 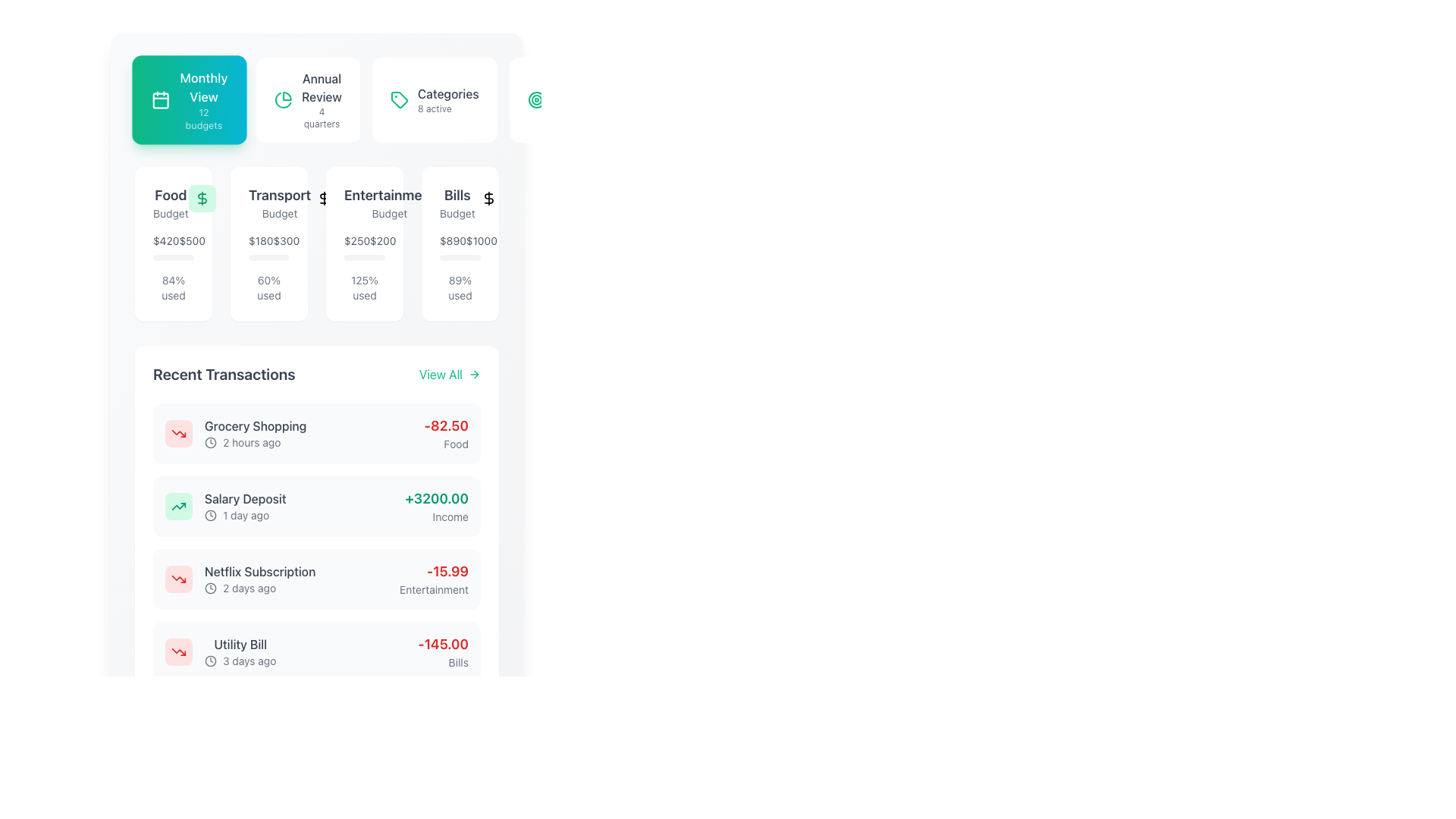 I want to click on the 'Entertainment' and 'Budget' label text block, which is located under the 'Monthly View' title and above detailed budget usage statistics, so click(x=389, y=202).